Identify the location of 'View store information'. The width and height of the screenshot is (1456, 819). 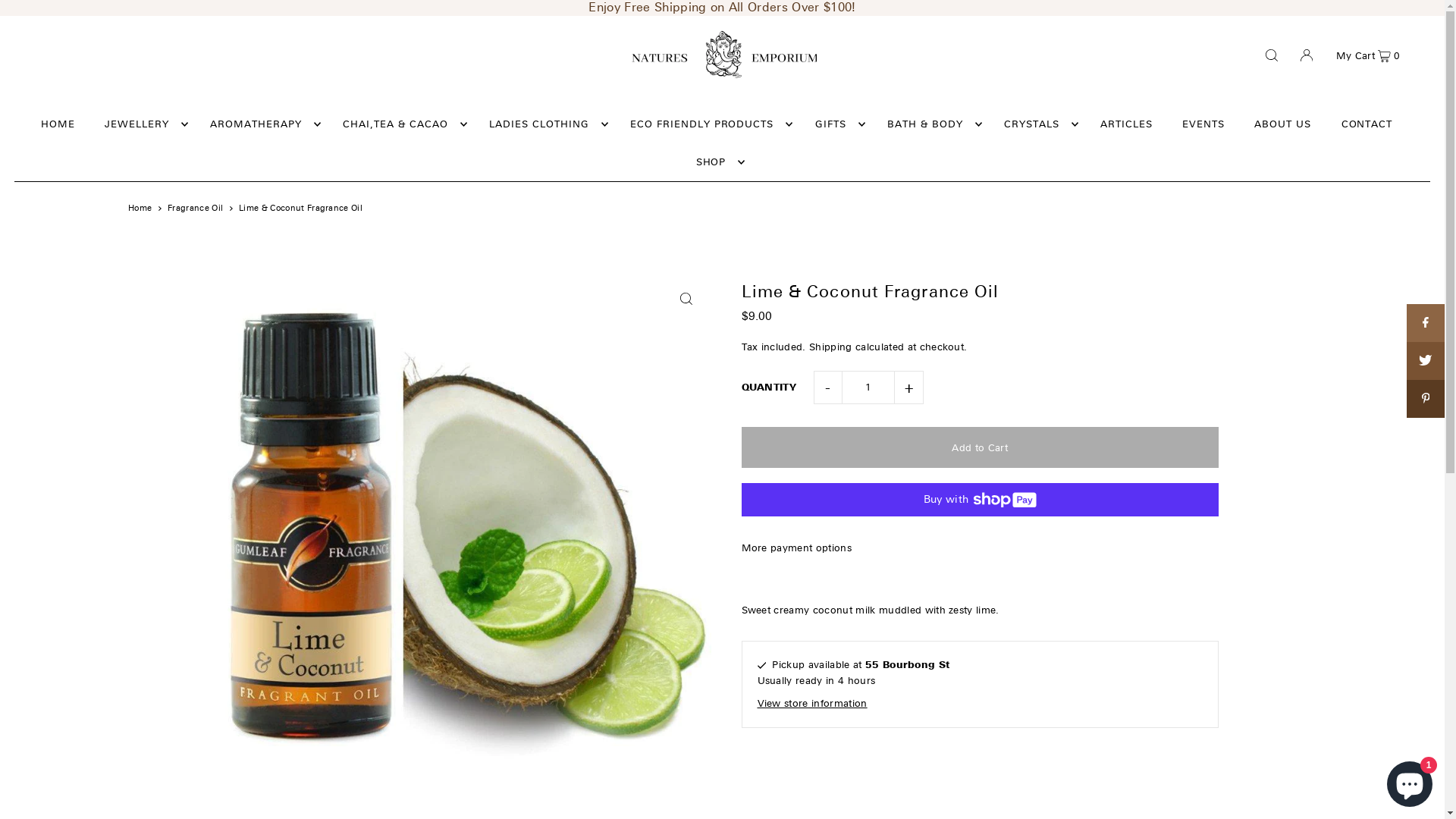
(757, 704).